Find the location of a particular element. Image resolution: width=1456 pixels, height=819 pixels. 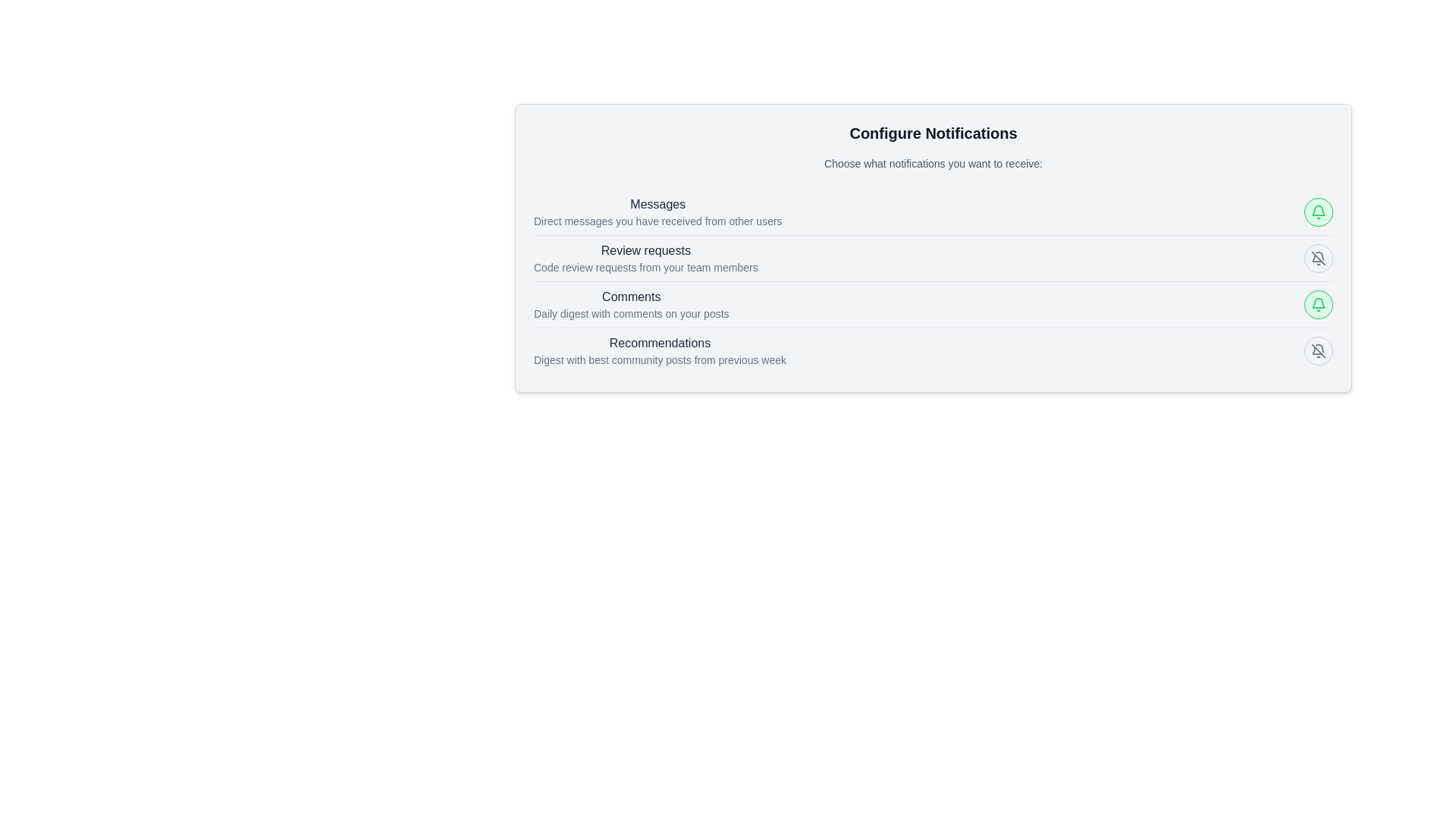

the notification status icon, which is a grayscale bell with a diagonal line crossing it, located in the top-right corner of the 'Recommendations' row in the notification settings panel is located at coordinates (1317, 257).